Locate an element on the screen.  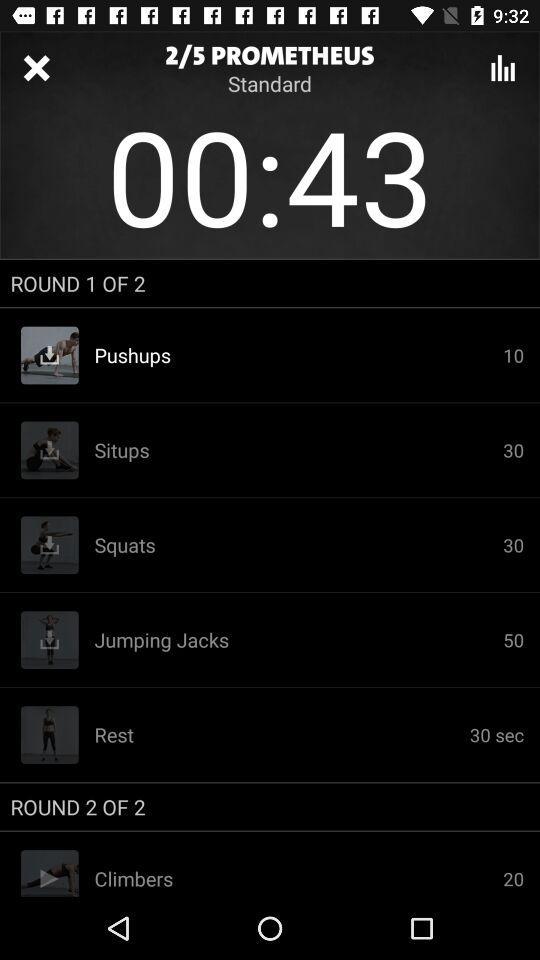
this screen is located at coordinates (36, 68).